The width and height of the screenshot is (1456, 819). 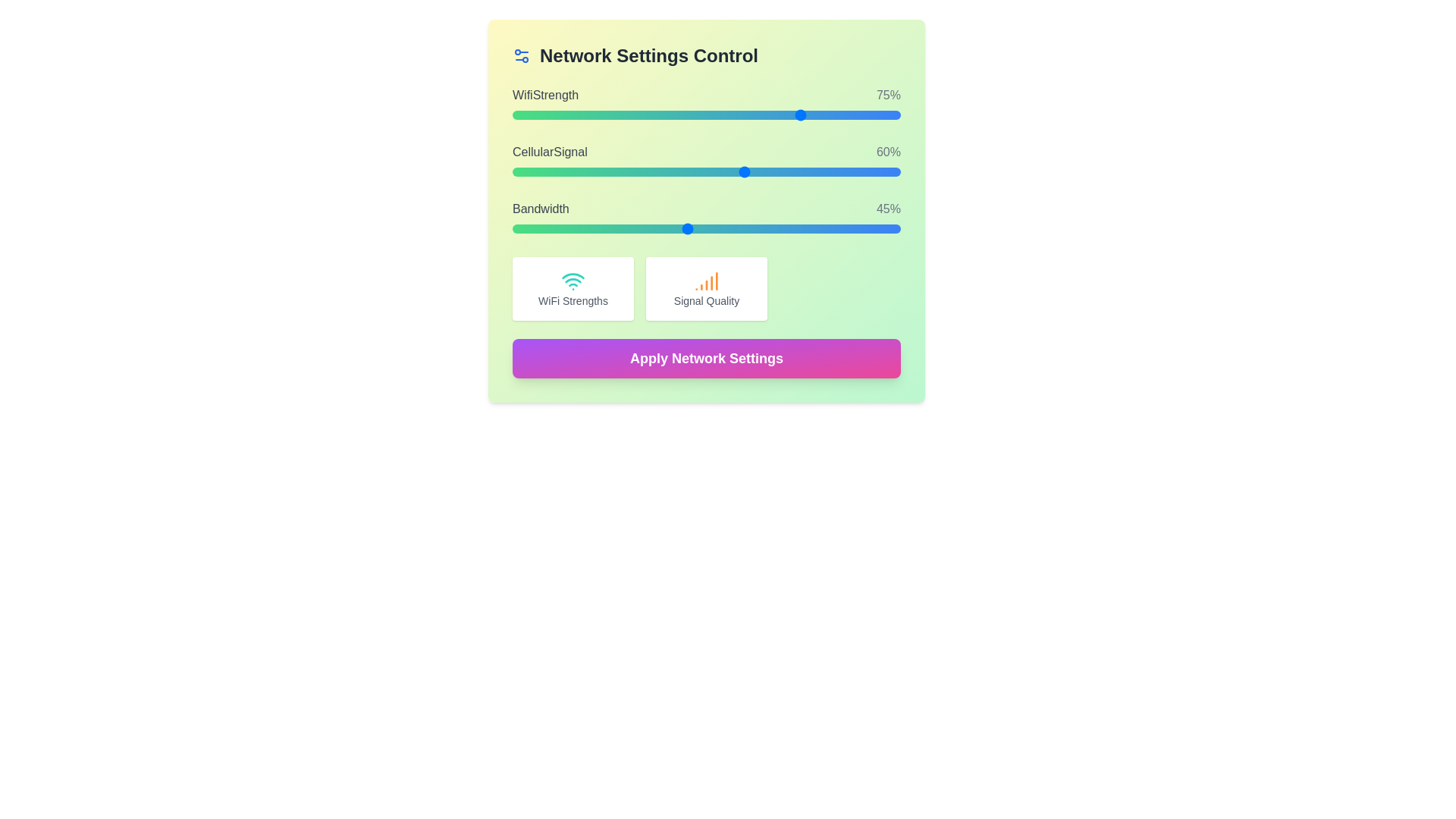 What do you see at coordinates (705, 301) in the screenshot?
I see `the Text label that describes the context of 'Signal Quality', positioned in the bottom-right section of the interface below an orange signal icon` at bounding box center [705, 301].